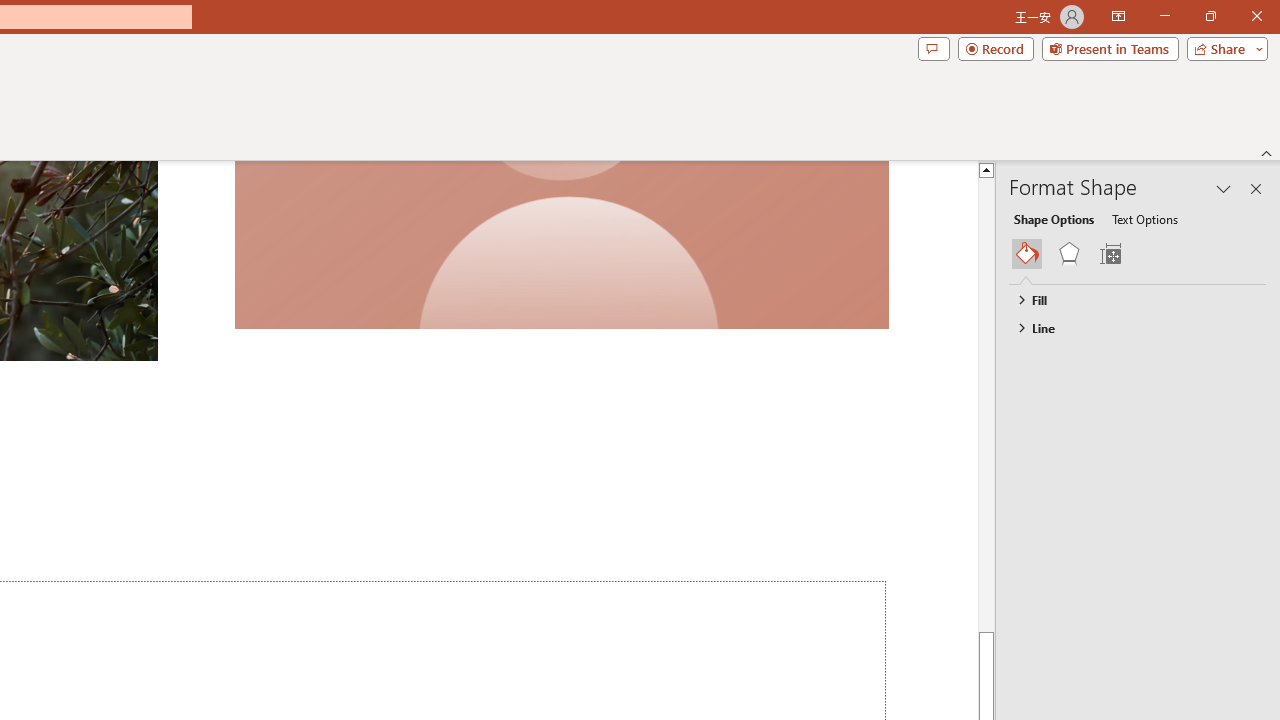  Describe the element at coordinates (1144, 218) in the screenshot. I see `'Text Options'` at that location.